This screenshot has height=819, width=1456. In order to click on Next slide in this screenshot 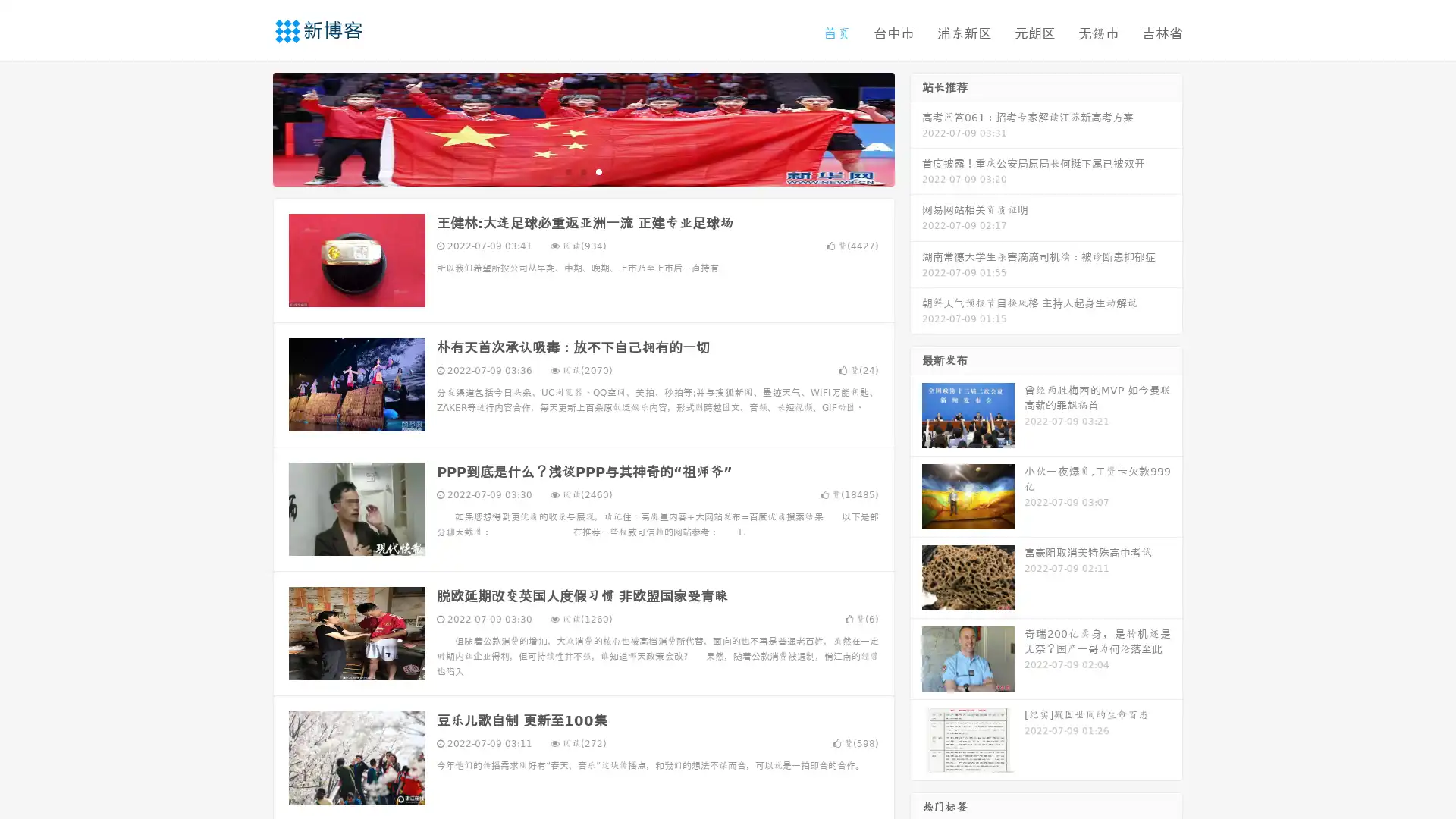, I will do `click(916, 127)`.